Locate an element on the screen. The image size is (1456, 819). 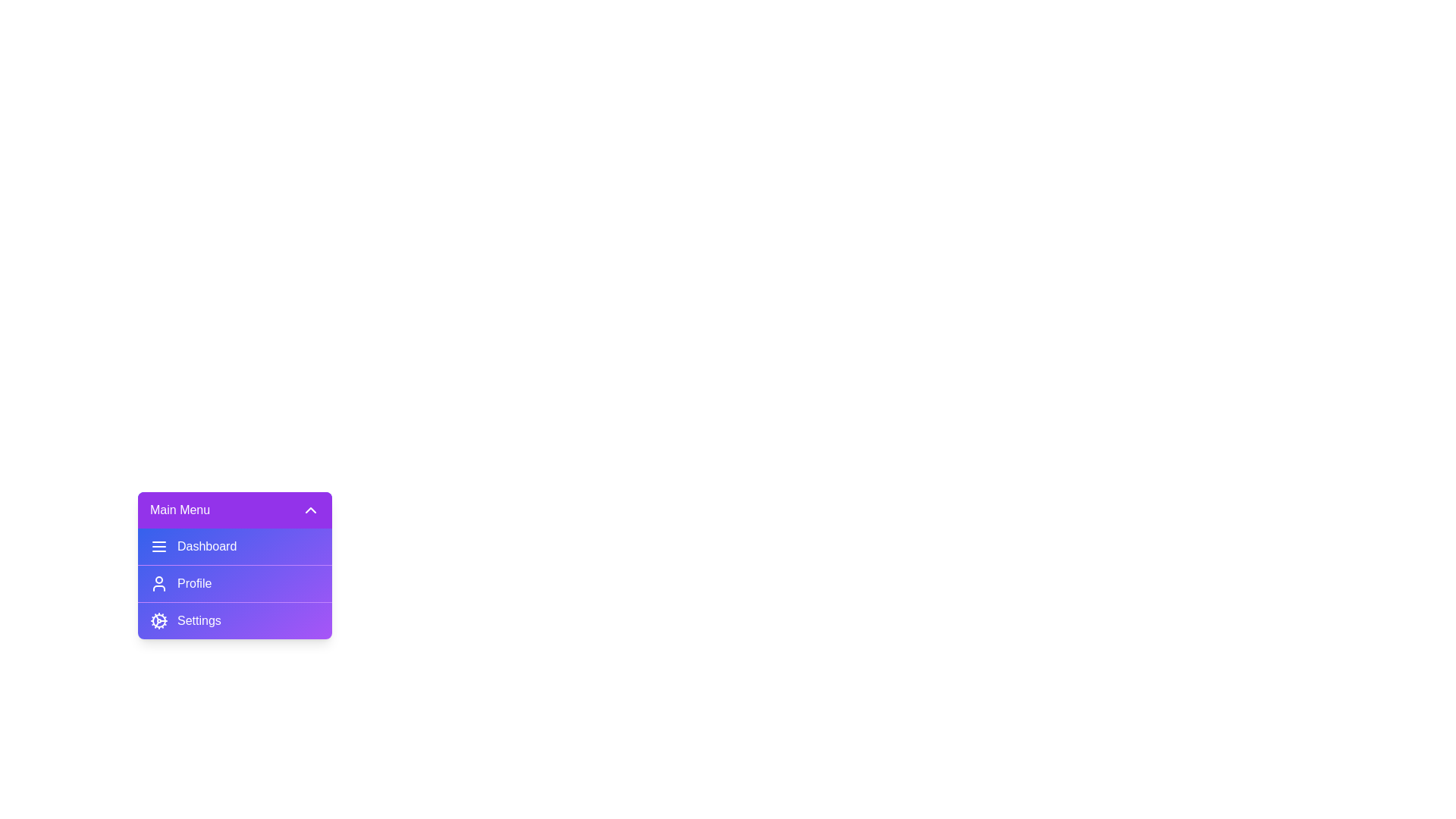
the menu icon with three horizontal lines located to the left of the 'Dashboard' label in the Main Menu is located at coordinates (159, 547).